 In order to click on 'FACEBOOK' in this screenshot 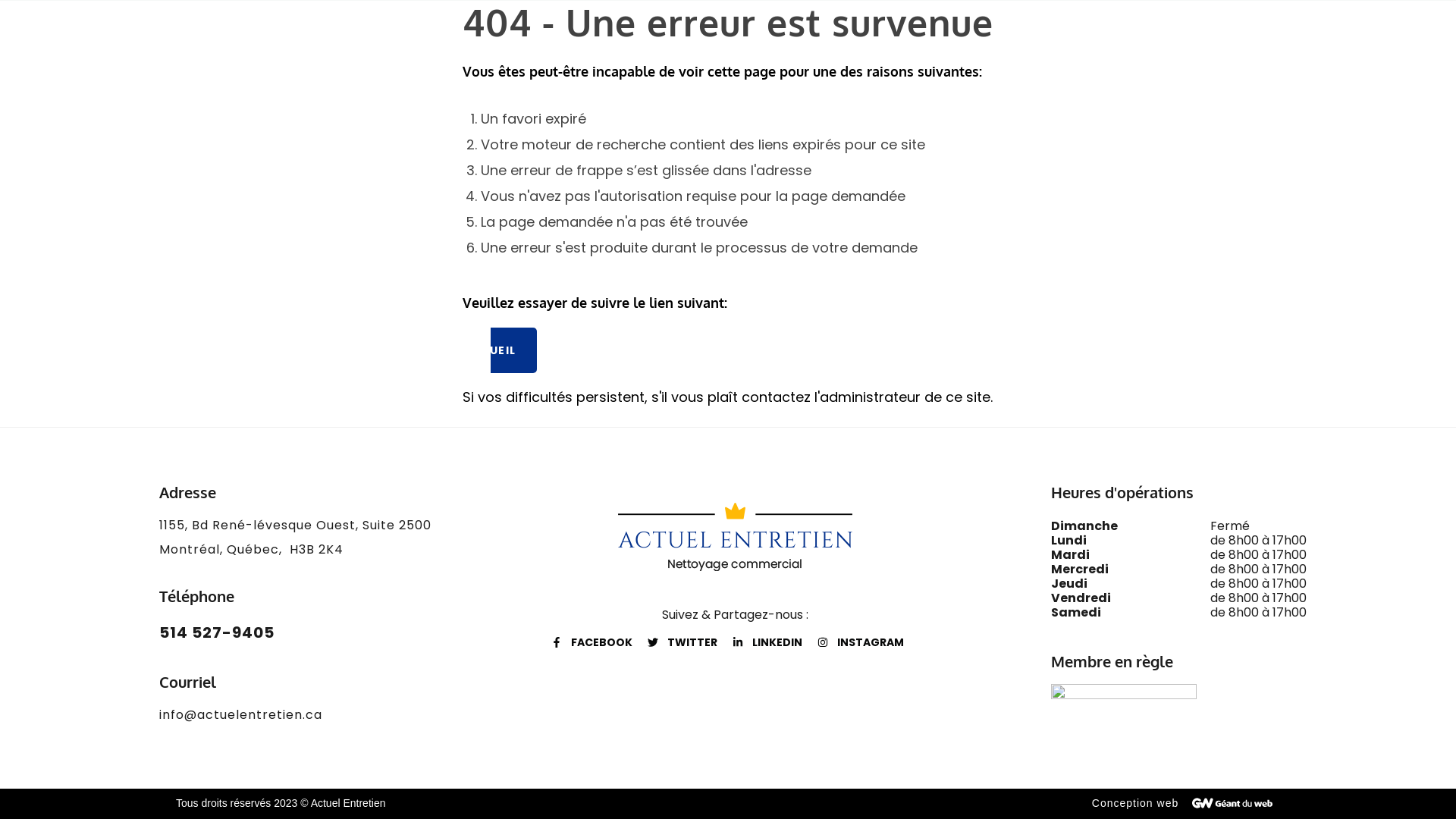, I will do `click(591, 643)`.